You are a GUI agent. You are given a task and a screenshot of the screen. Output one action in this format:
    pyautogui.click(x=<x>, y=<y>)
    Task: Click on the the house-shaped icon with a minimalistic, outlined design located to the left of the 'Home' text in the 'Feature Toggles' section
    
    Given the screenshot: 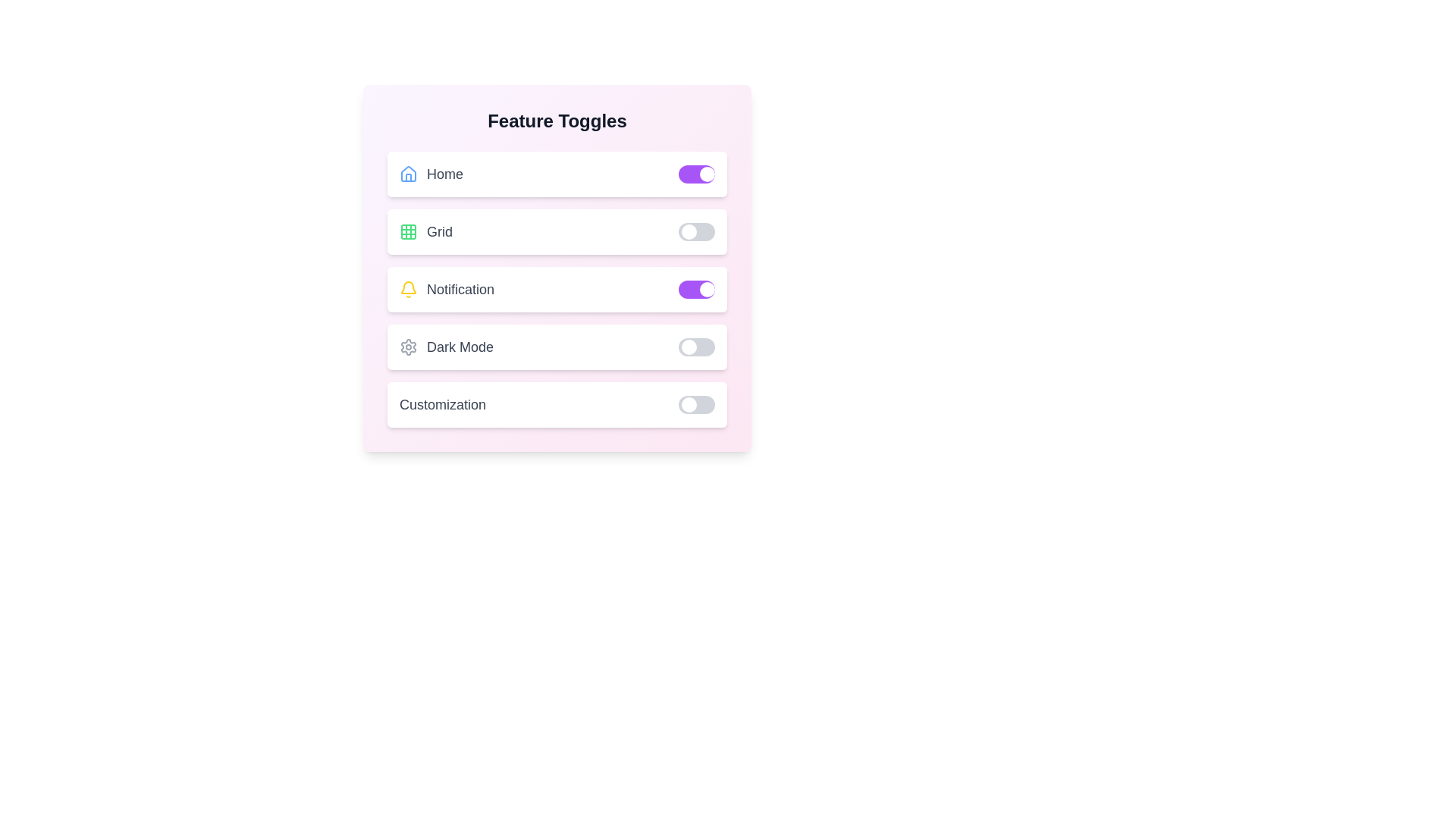 What is the action you would take?
    pyautogui.click(x=408, y=172)
    